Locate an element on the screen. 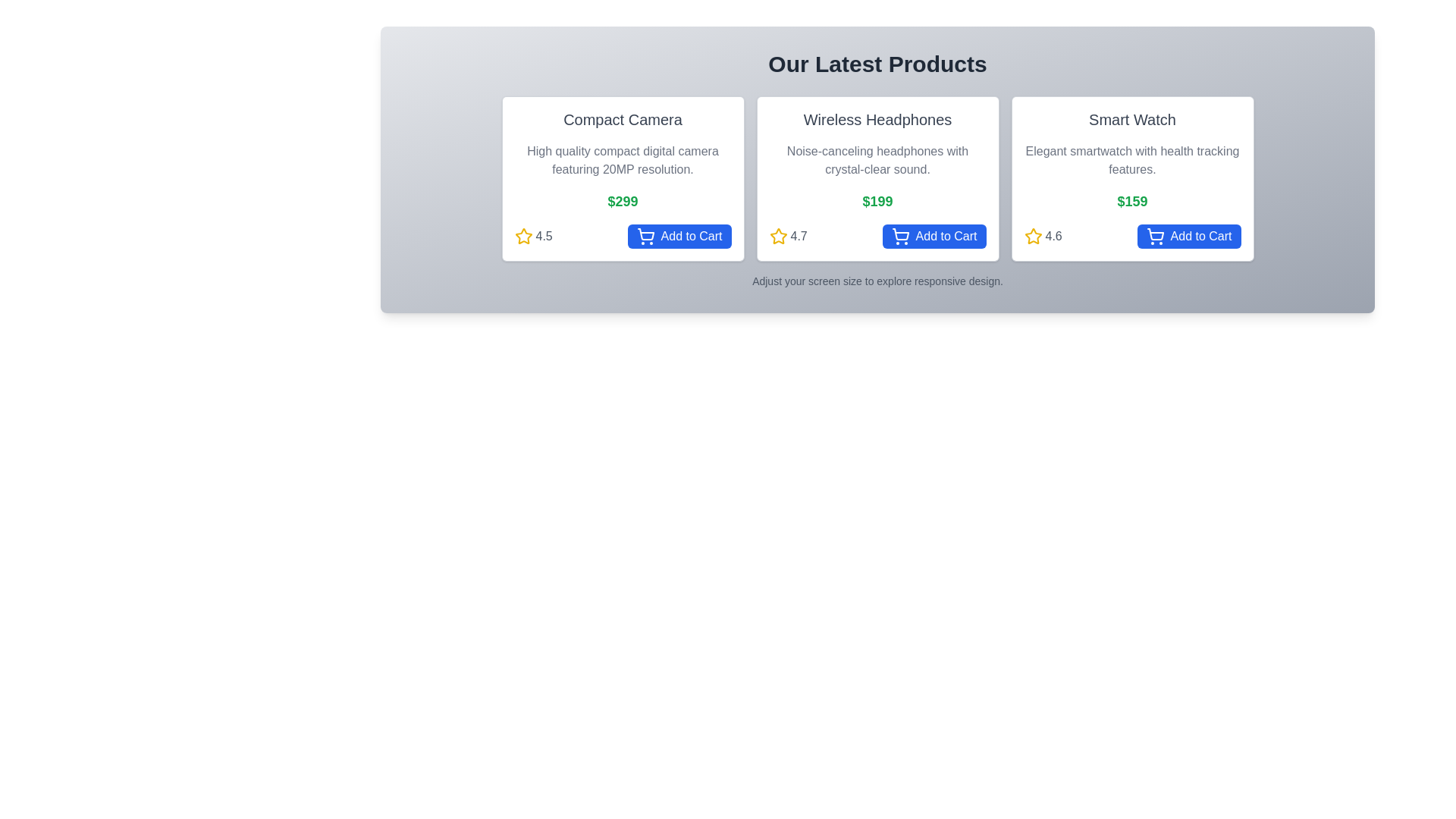  the green bold text label displaying the price '$159' located prominently within the product card for the smartwatch is located at coordinates (1132, 201).